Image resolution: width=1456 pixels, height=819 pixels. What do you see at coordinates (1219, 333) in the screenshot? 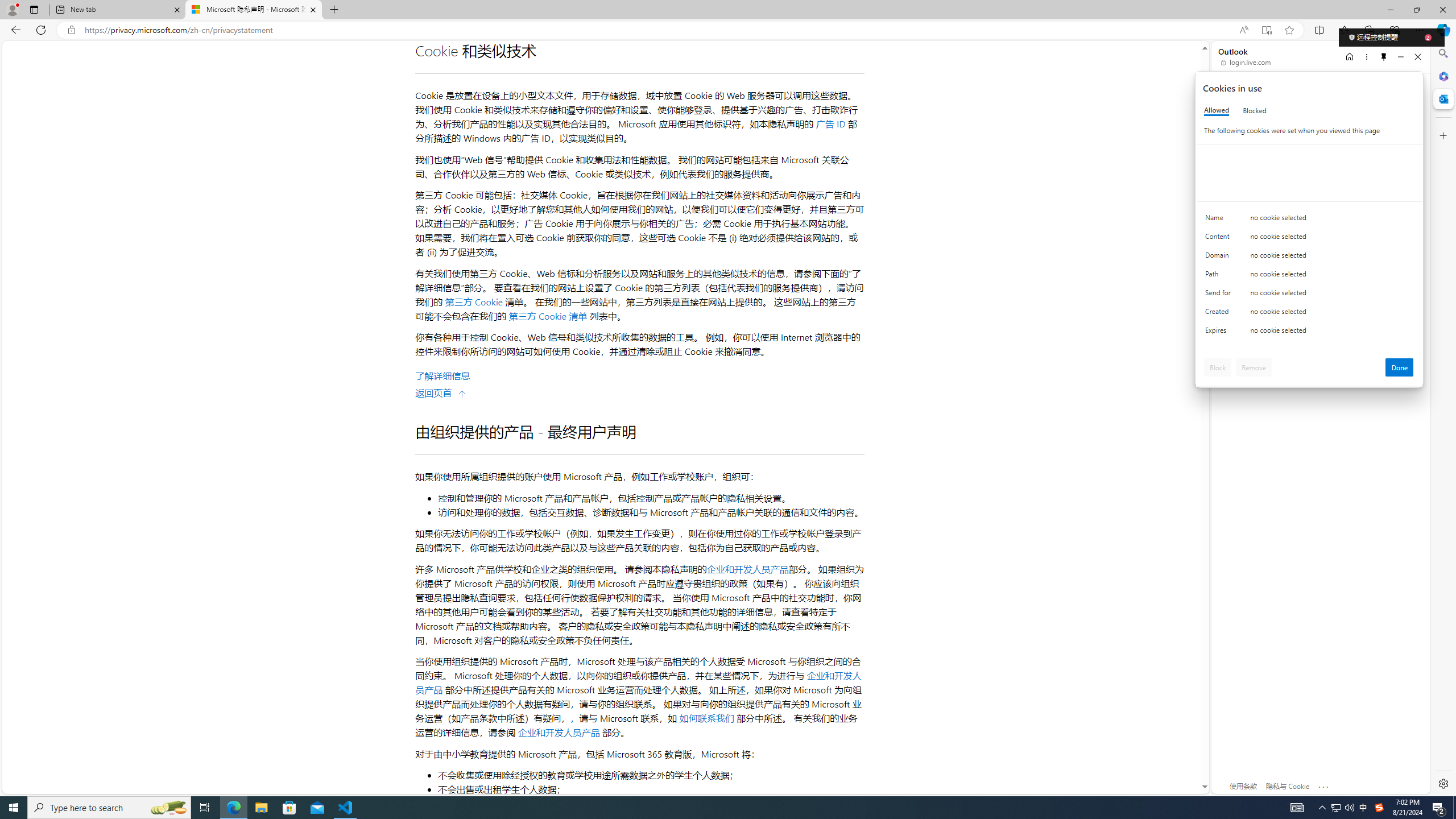
I see `'Expires'` at bounding box center [1219, 333].